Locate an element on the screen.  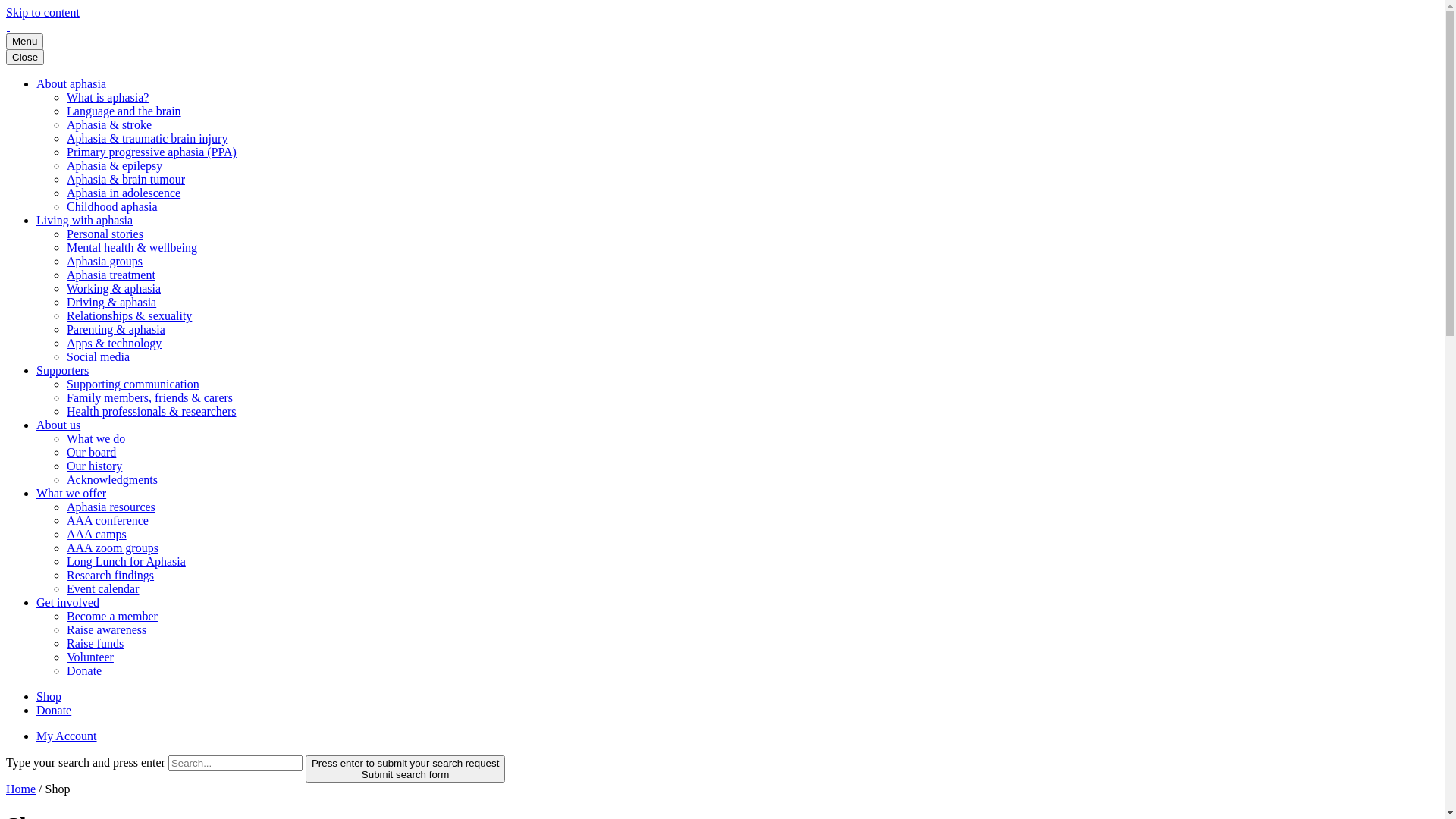
'Close' is located at coordinates (25, 56).